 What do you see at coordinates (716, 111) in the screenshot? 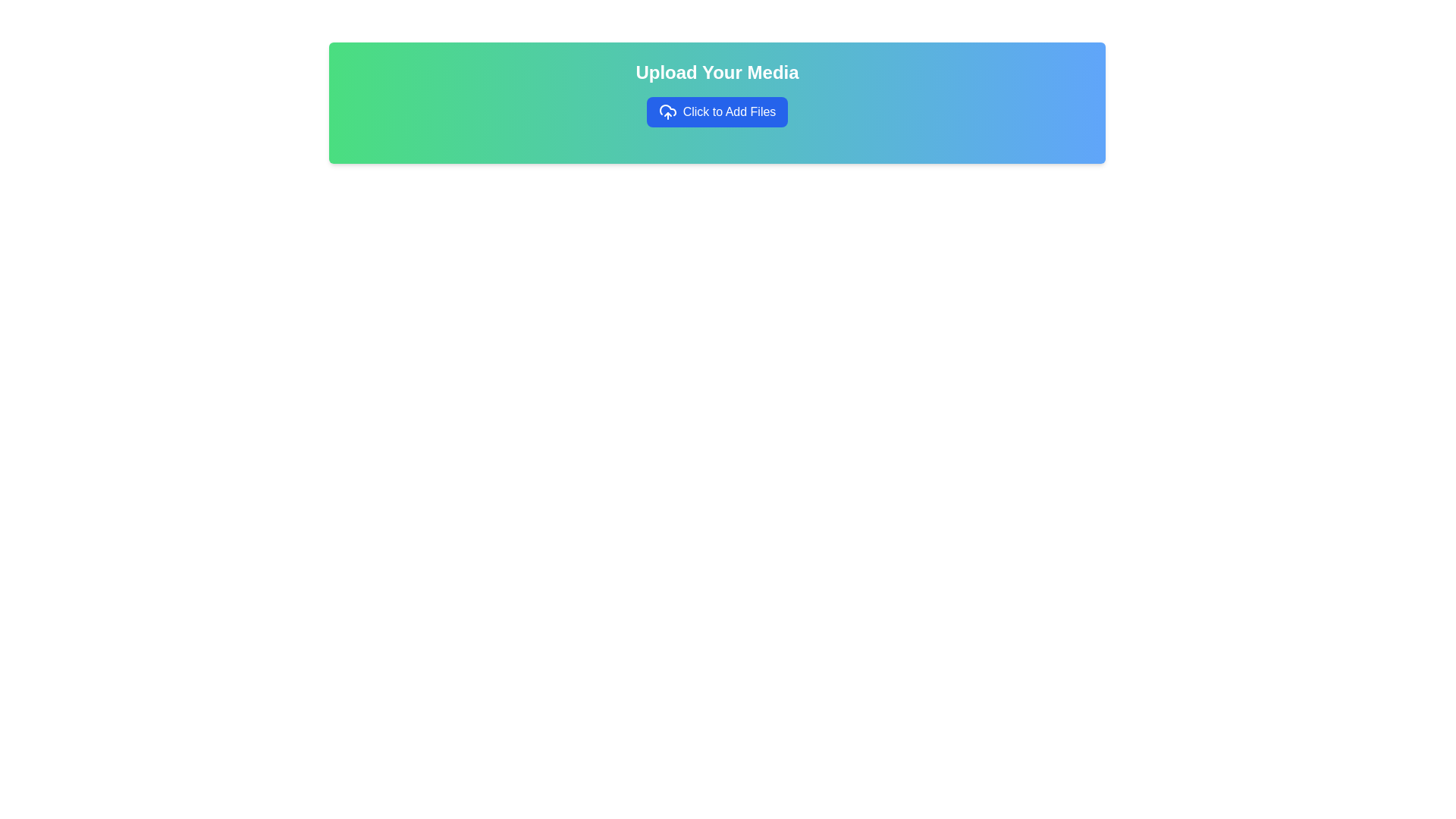
I see `the file upload button located below the title 'Upload Your Media', which is a gradient-styled button with rounded corners` at bounding box center [716, 111].